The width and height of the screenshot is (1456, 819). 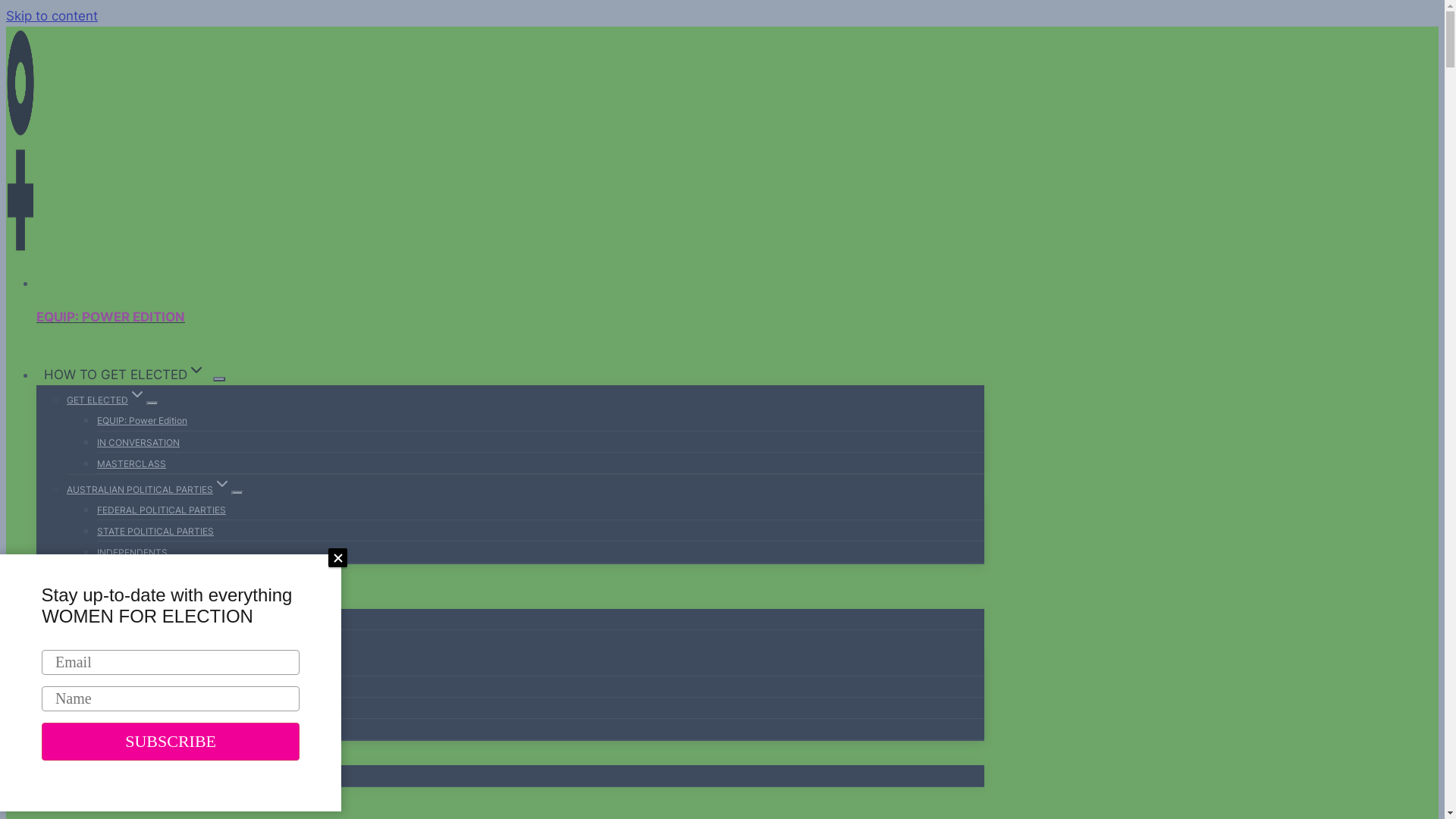 I want to click on 'FOUNDER', so click(x=118, y=708).